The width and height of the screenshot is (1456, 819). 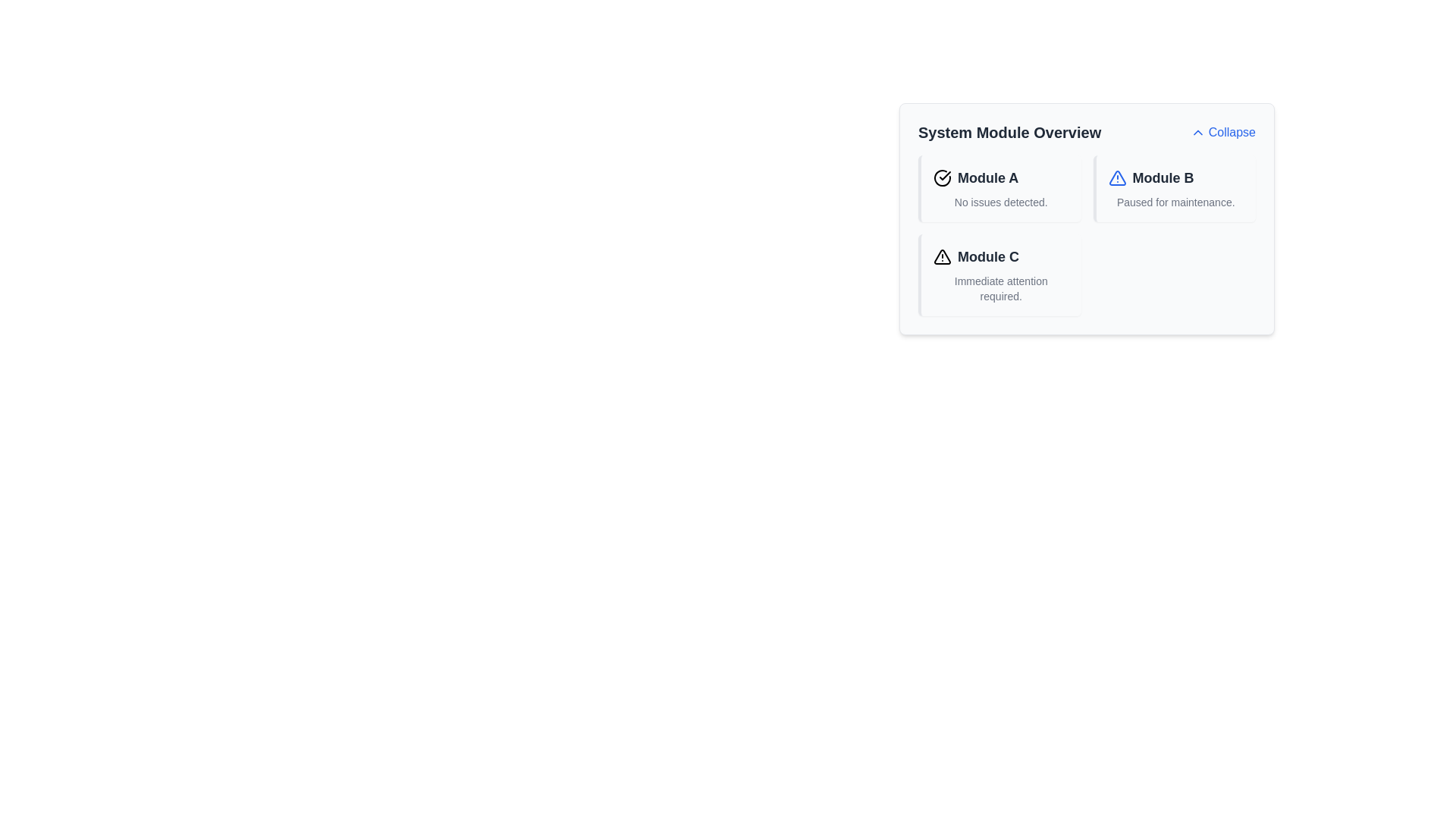 I want to click on the text label located in the upper-right corner of the 'System Module Overview' card-like layout, which is positioned to the right of an upward-facing chevron icon, so click(x=1232, y=131).